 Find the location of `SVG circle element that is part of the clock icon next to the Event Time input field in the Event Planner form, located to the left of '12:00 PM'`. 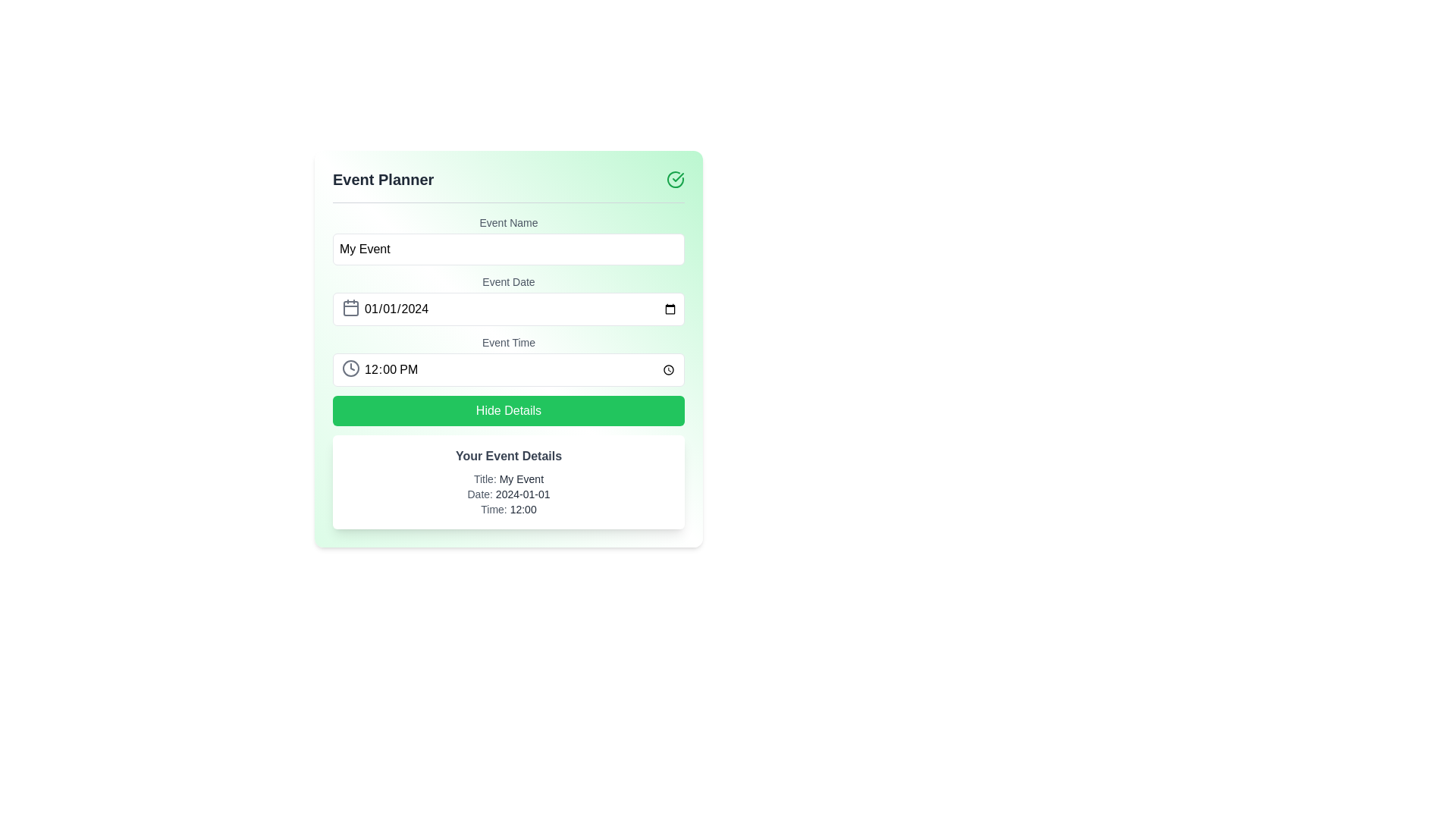

SVG circle element that is part of the clock icon next to the Event Time input field in the Event Planner form, located to the left of '12:00 PM' is located at coordinates (350, 369).